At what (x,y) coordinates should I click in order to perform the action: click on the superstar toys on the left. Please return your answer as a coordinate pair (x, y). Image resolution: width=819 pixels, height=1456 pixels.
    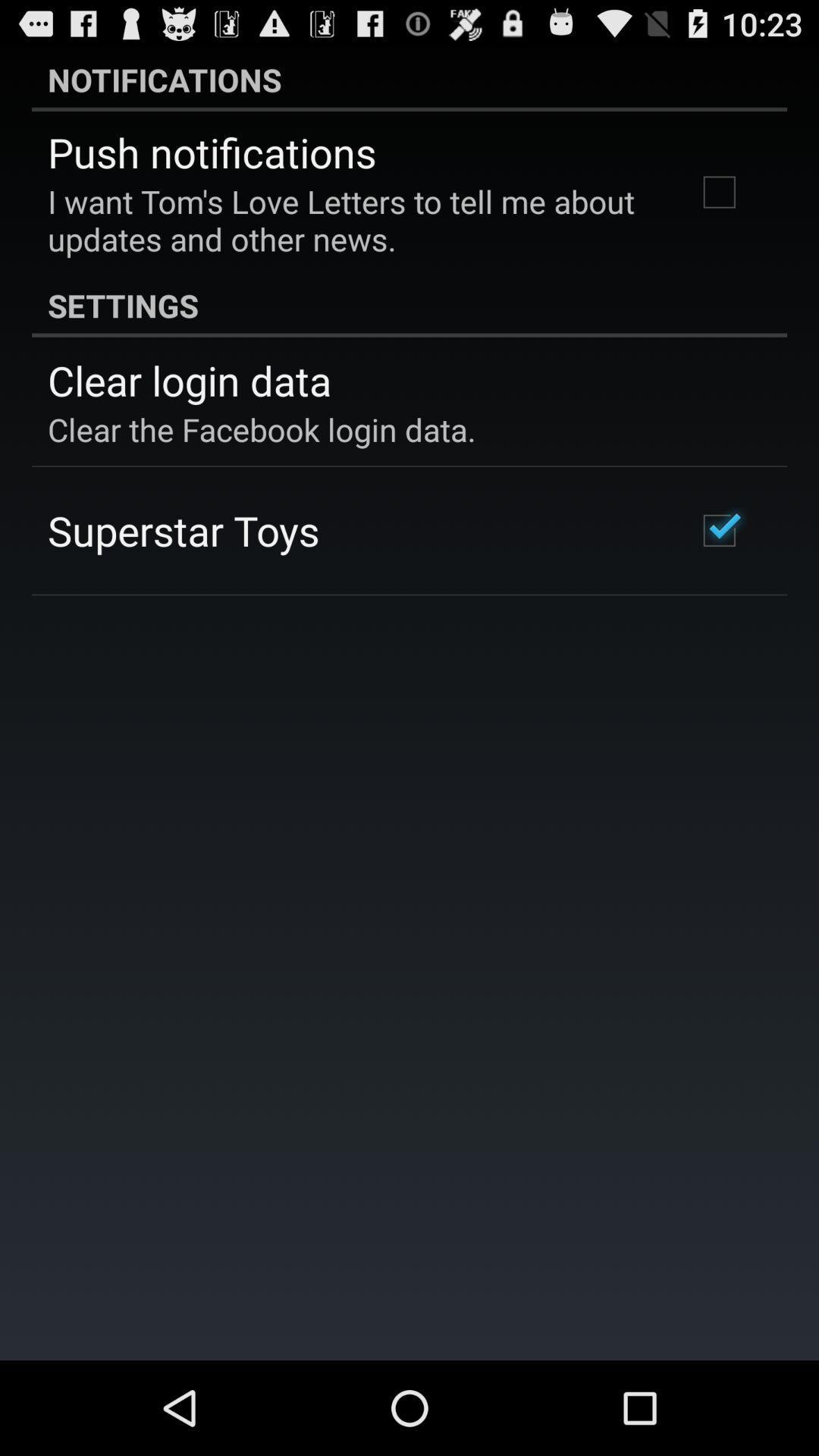
    Looking at the image, I should click on (183, 530).